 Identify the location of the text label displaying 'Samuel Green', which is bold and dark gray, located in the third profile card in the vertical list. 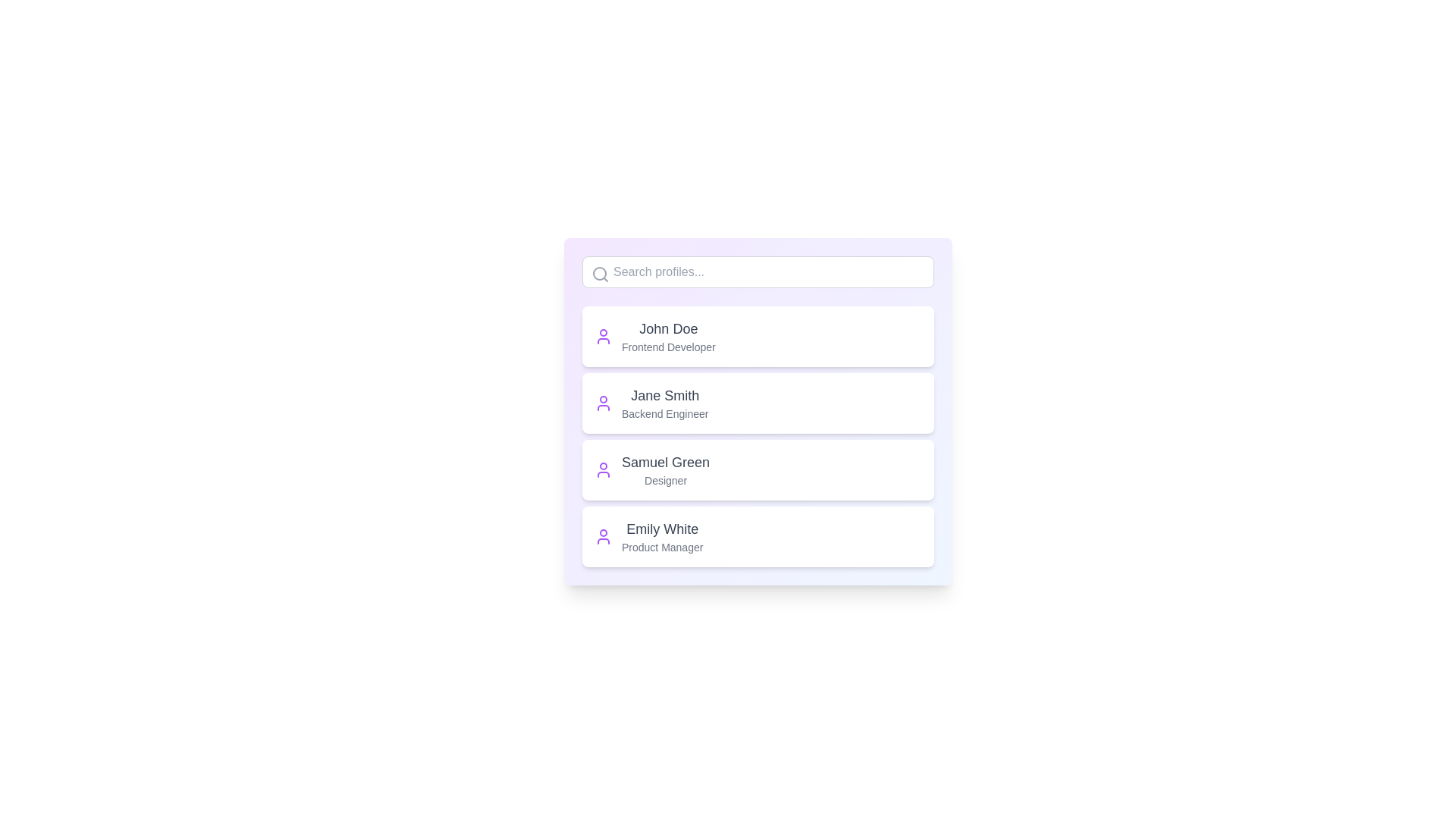
(666, 461).